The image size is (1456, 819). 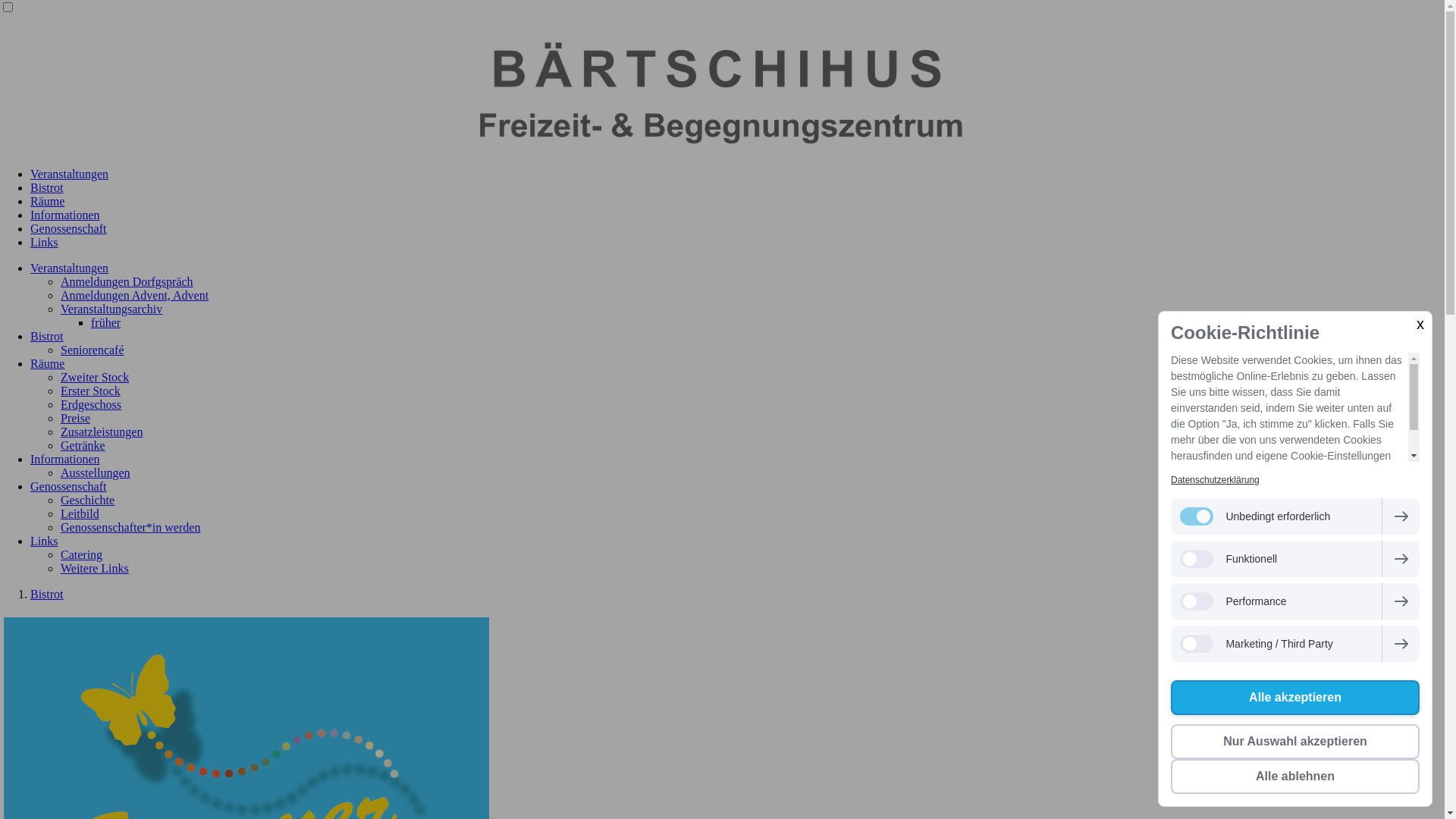 I want to click on 'Veranstaltungsarchiv', so click(x=111, y=308).